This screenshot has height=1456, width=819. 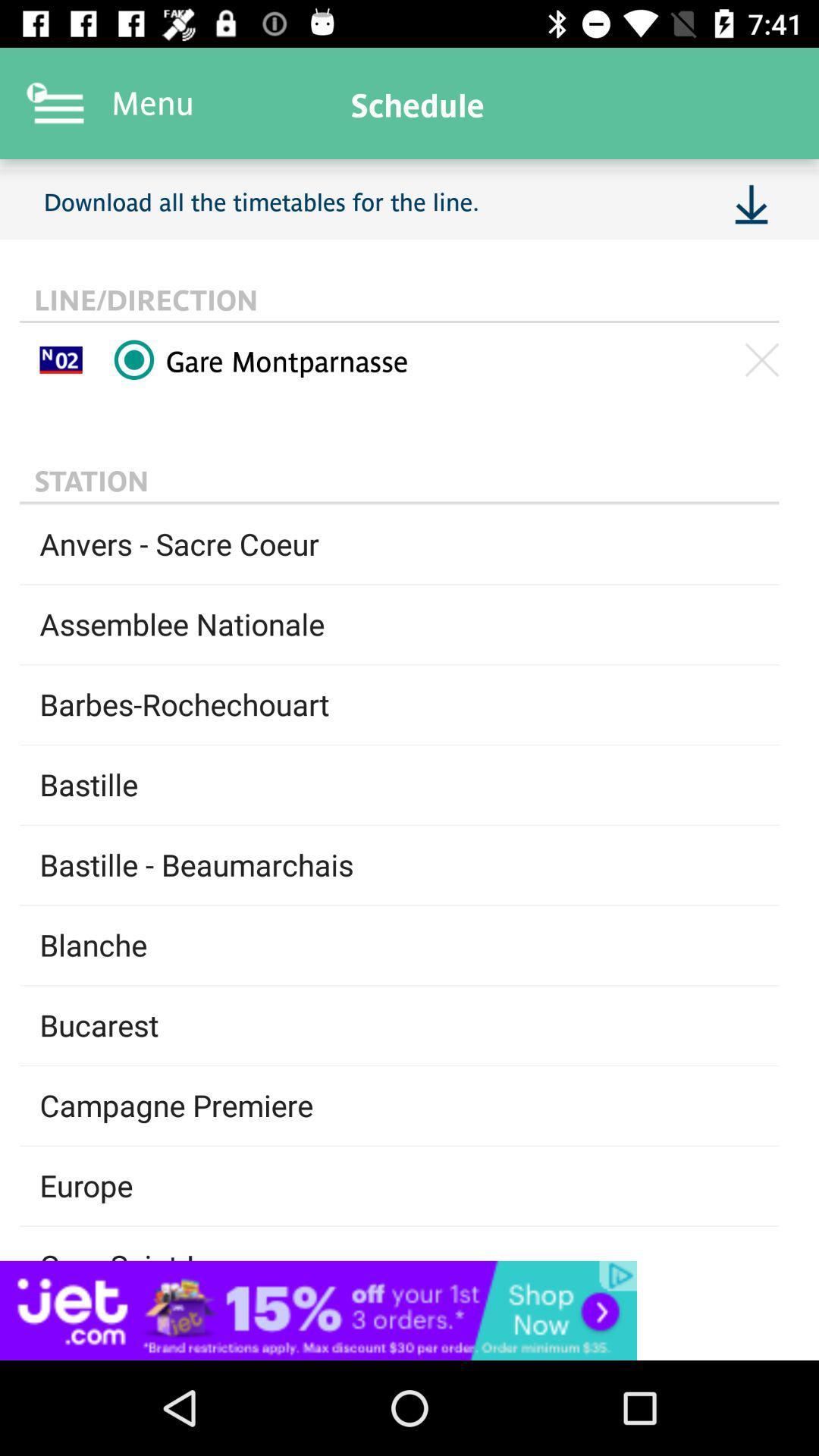 What do you see at coordinates (409, 1310) in the screenshot?
I see `open advertisement` at bounding box center [409, 1310].